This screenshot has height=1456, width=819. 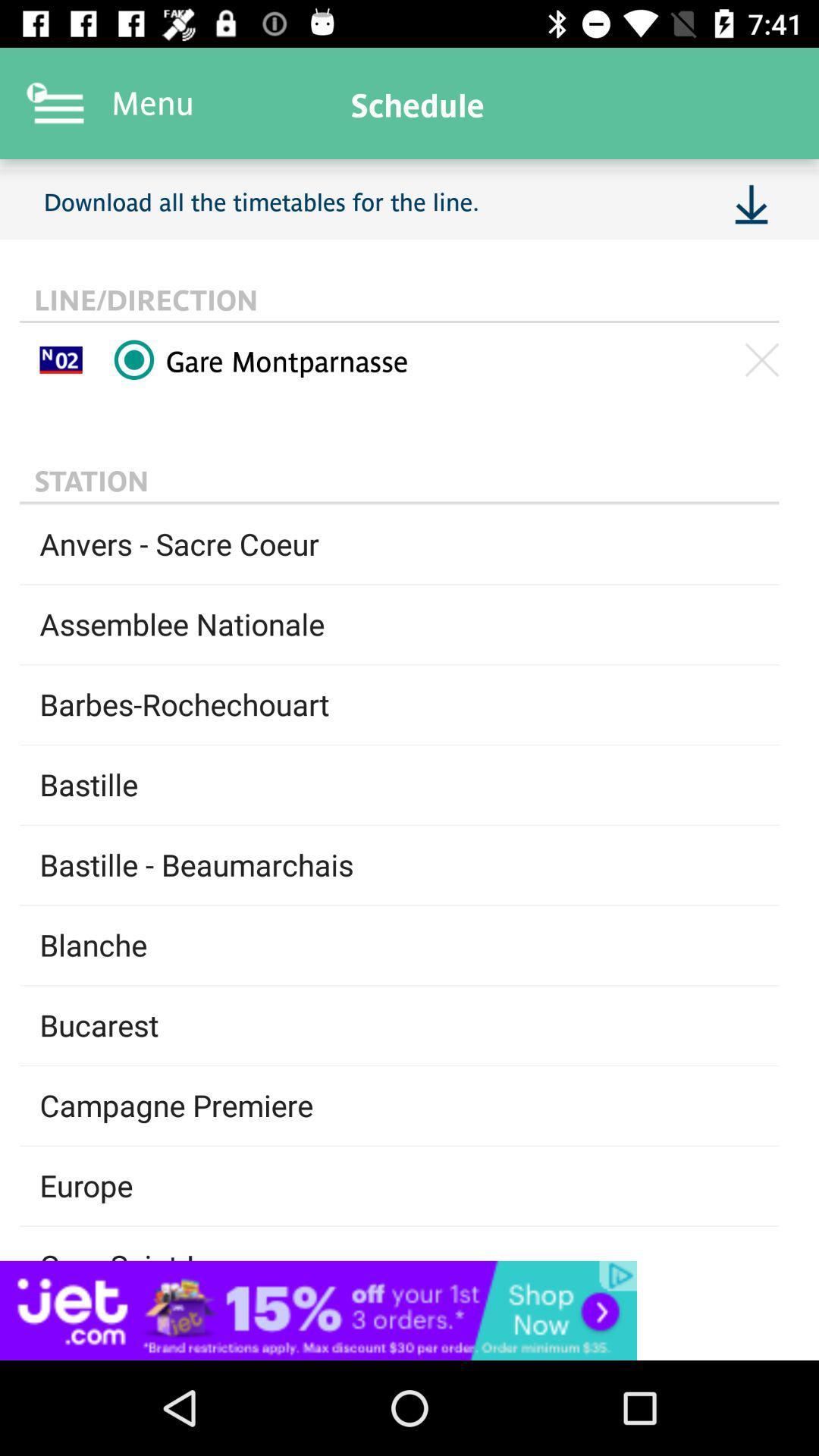 What do you see at coordinates (409, 1310) in the screenshot?
I see `open advertisement` at bounding box center [409, 1310].